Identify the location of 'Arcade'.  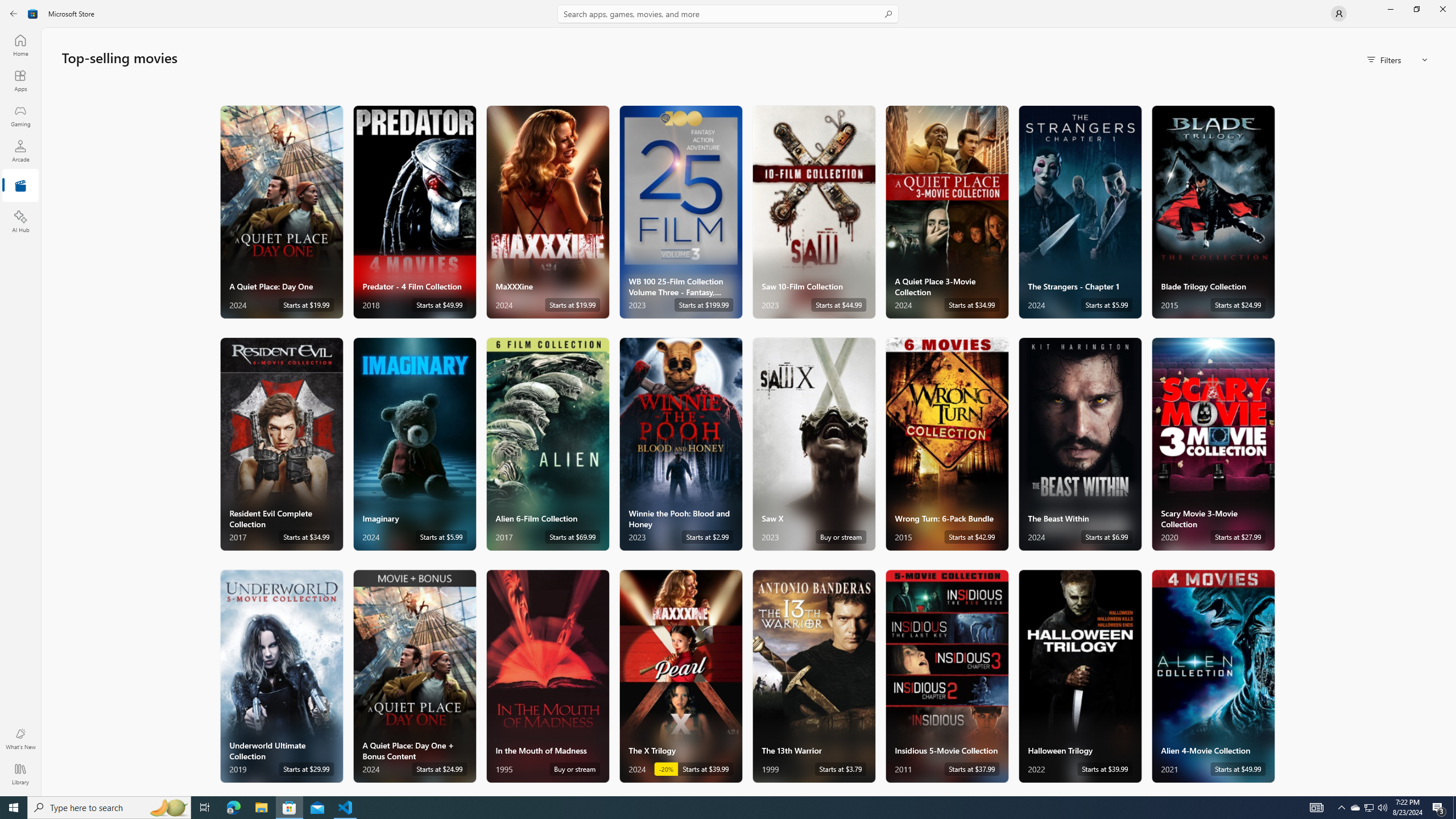
(19, 150).